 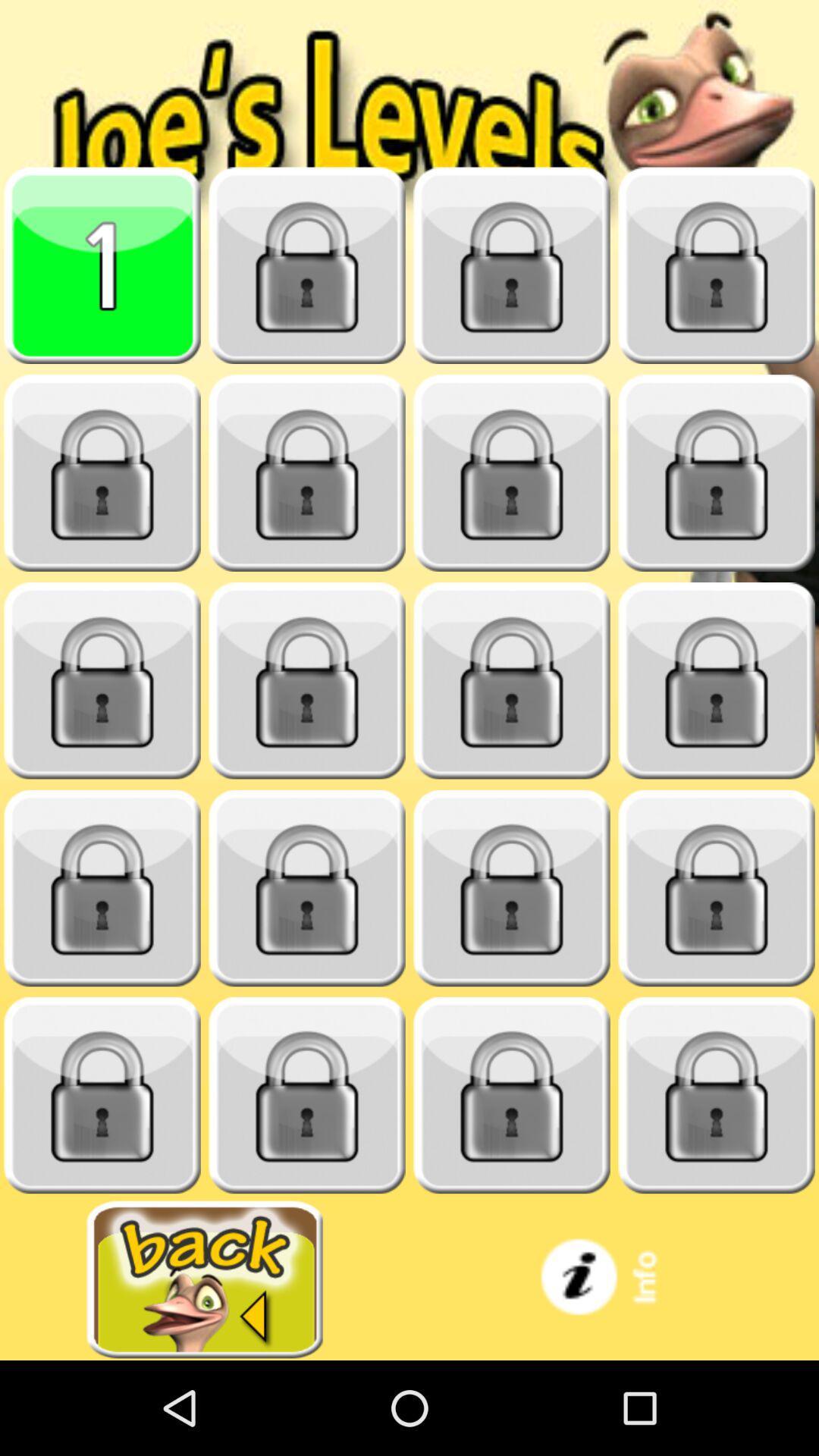 I want to click on level, so click(x=102, y=680).